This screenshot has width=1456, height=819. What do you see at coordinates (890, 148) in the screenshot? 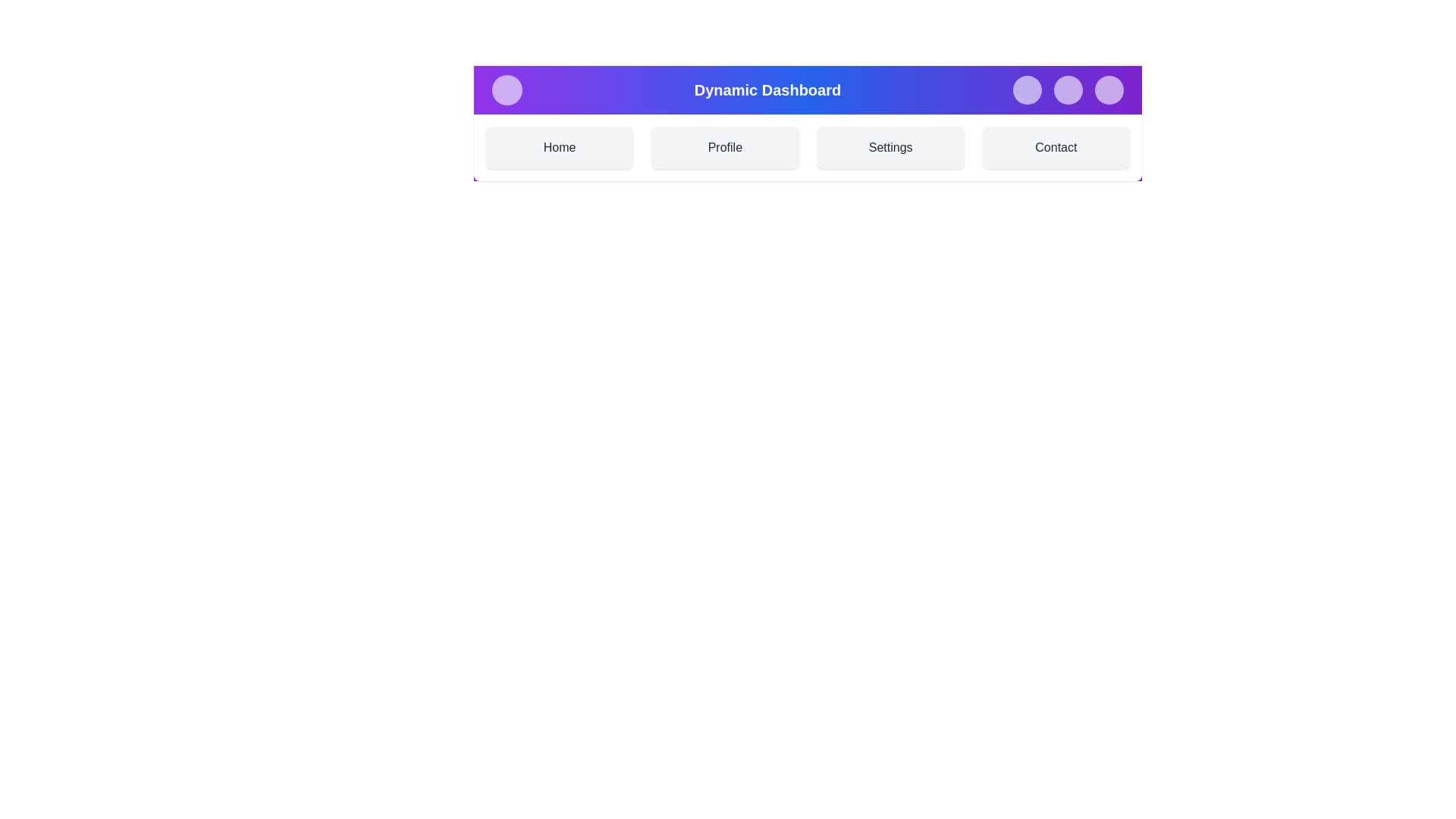
I see `the 'Settings' section of the component` at bounding box center [890, 148].